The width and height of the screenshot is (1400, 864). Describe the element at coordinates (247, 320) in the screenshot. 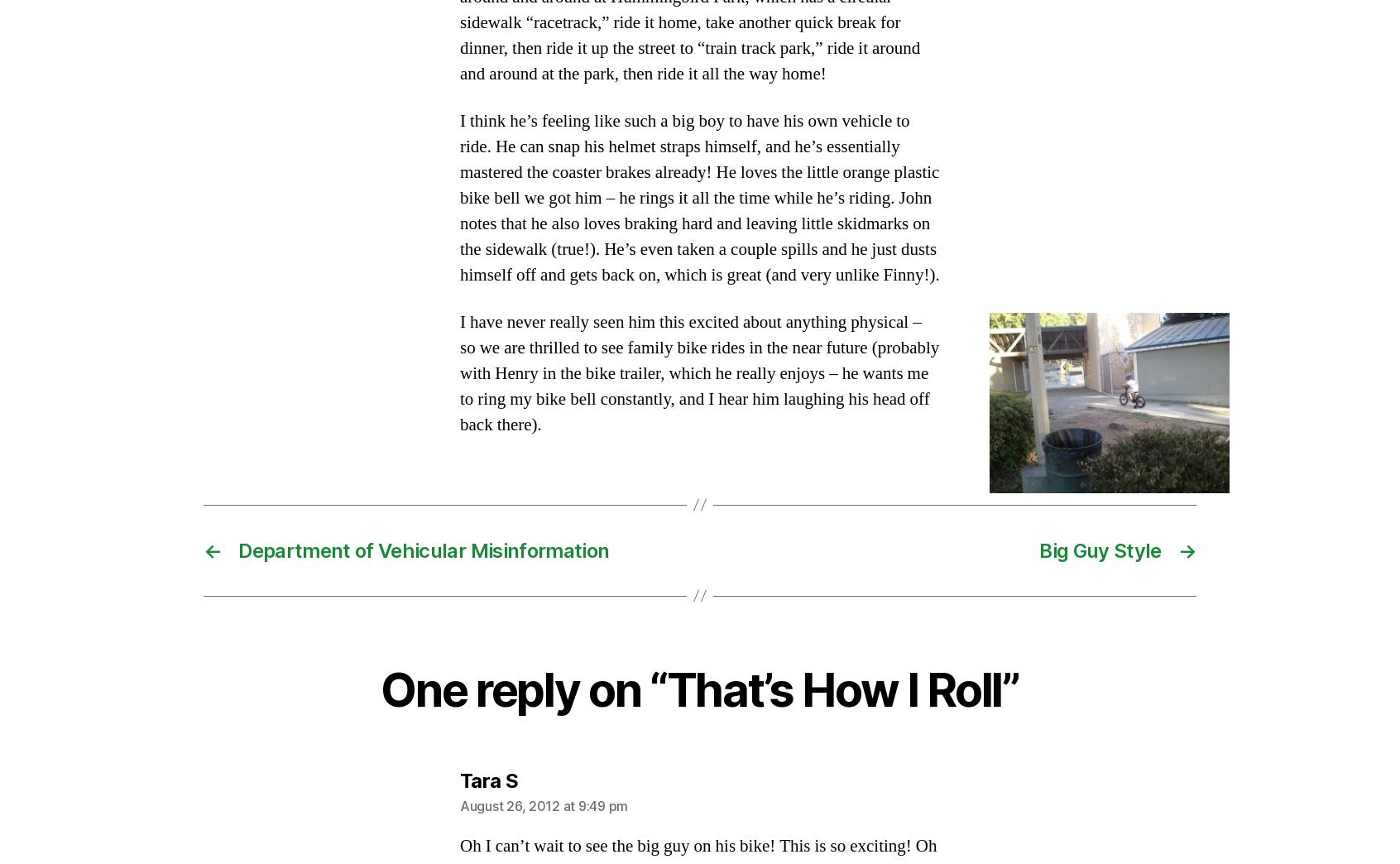

I see `'April 2009'` at that location.